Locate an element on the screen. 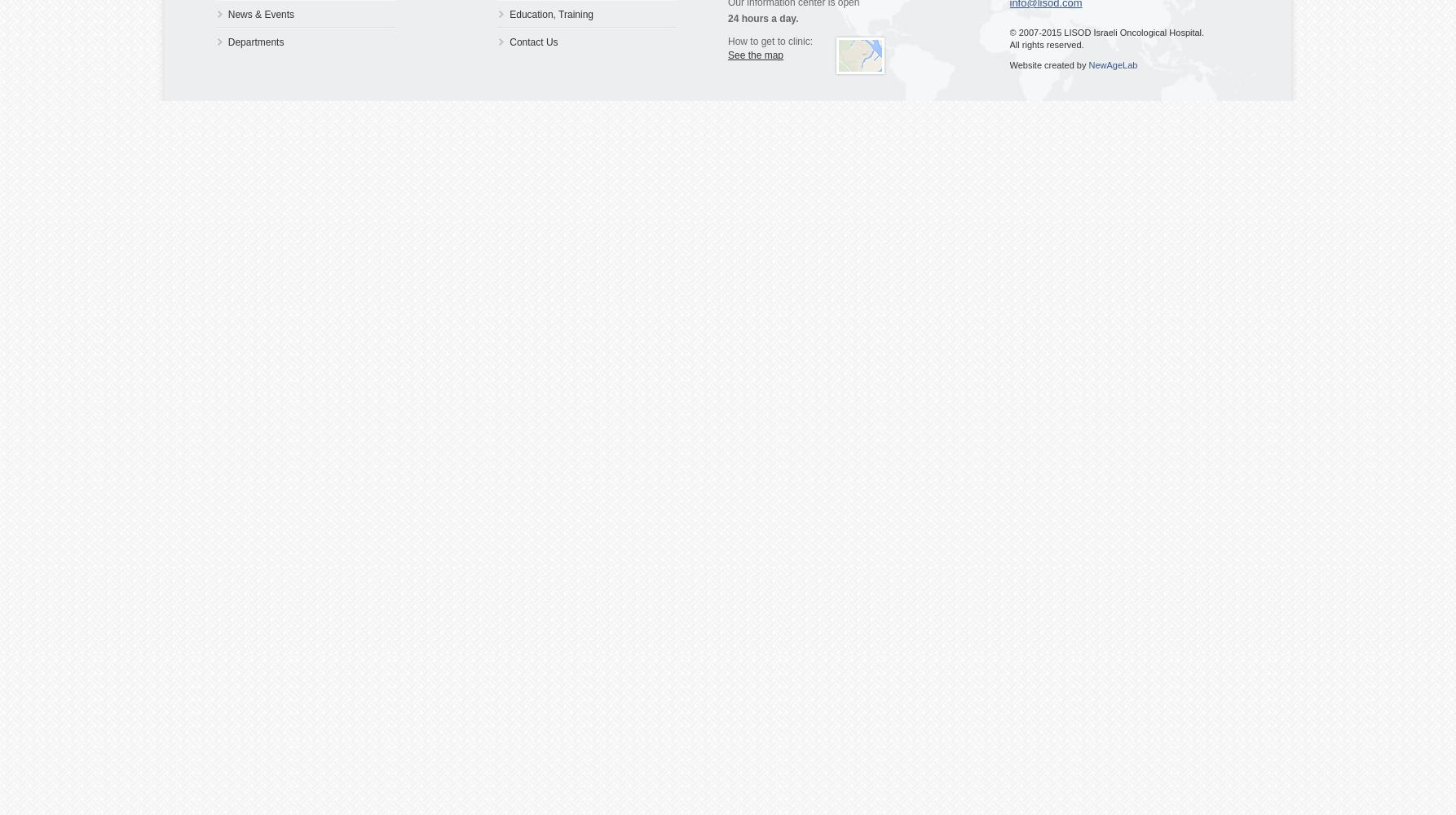  'News & Events' is located at coordinates (261, 15).